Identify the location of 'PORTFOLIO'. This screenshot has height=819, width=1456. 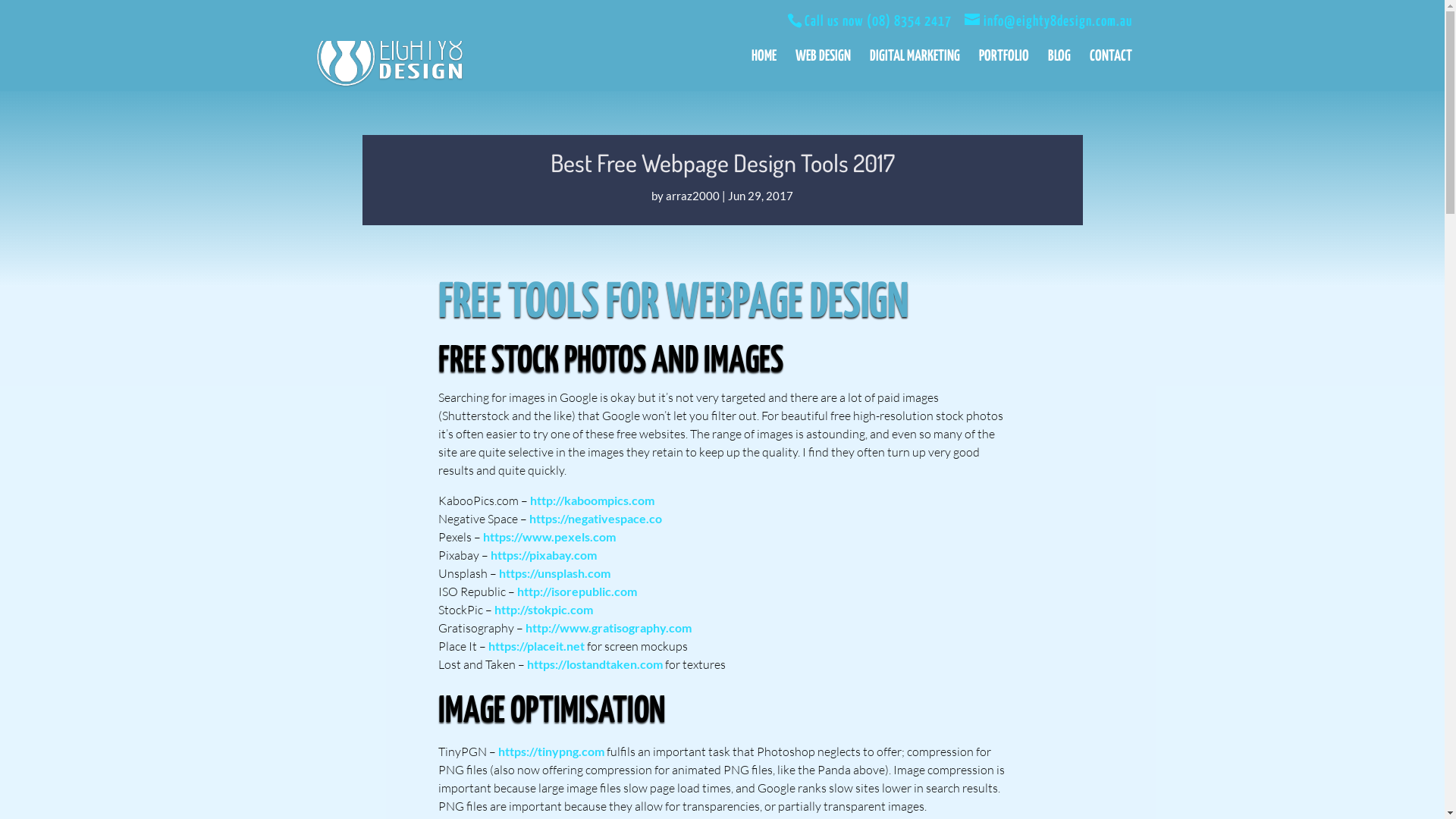
(1003, 71).